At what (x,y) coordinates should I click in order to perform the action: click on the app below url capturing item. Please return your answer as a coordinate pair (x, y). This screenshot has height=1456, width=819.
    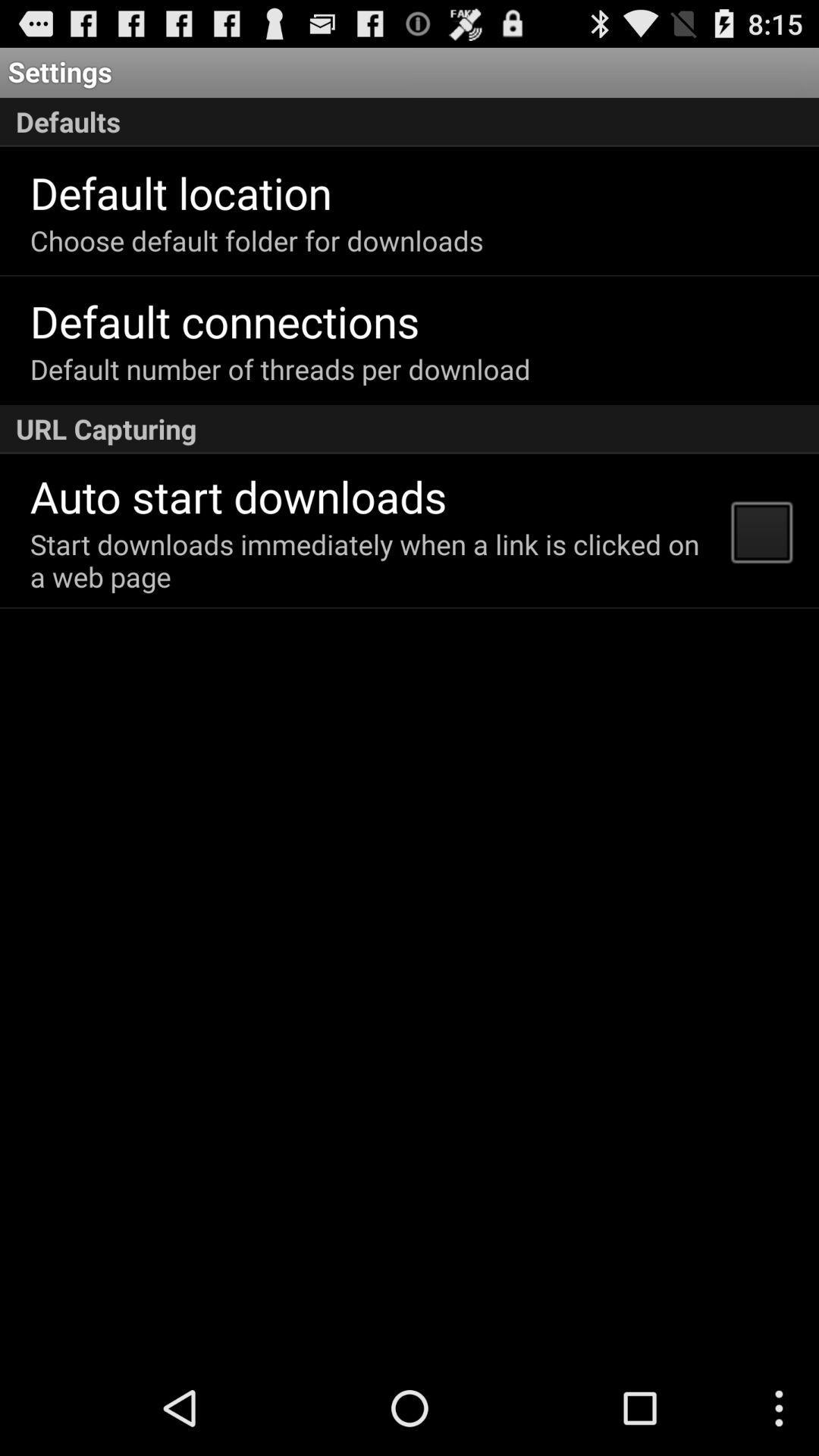
    Looking at the image, I should click on (761, 531).